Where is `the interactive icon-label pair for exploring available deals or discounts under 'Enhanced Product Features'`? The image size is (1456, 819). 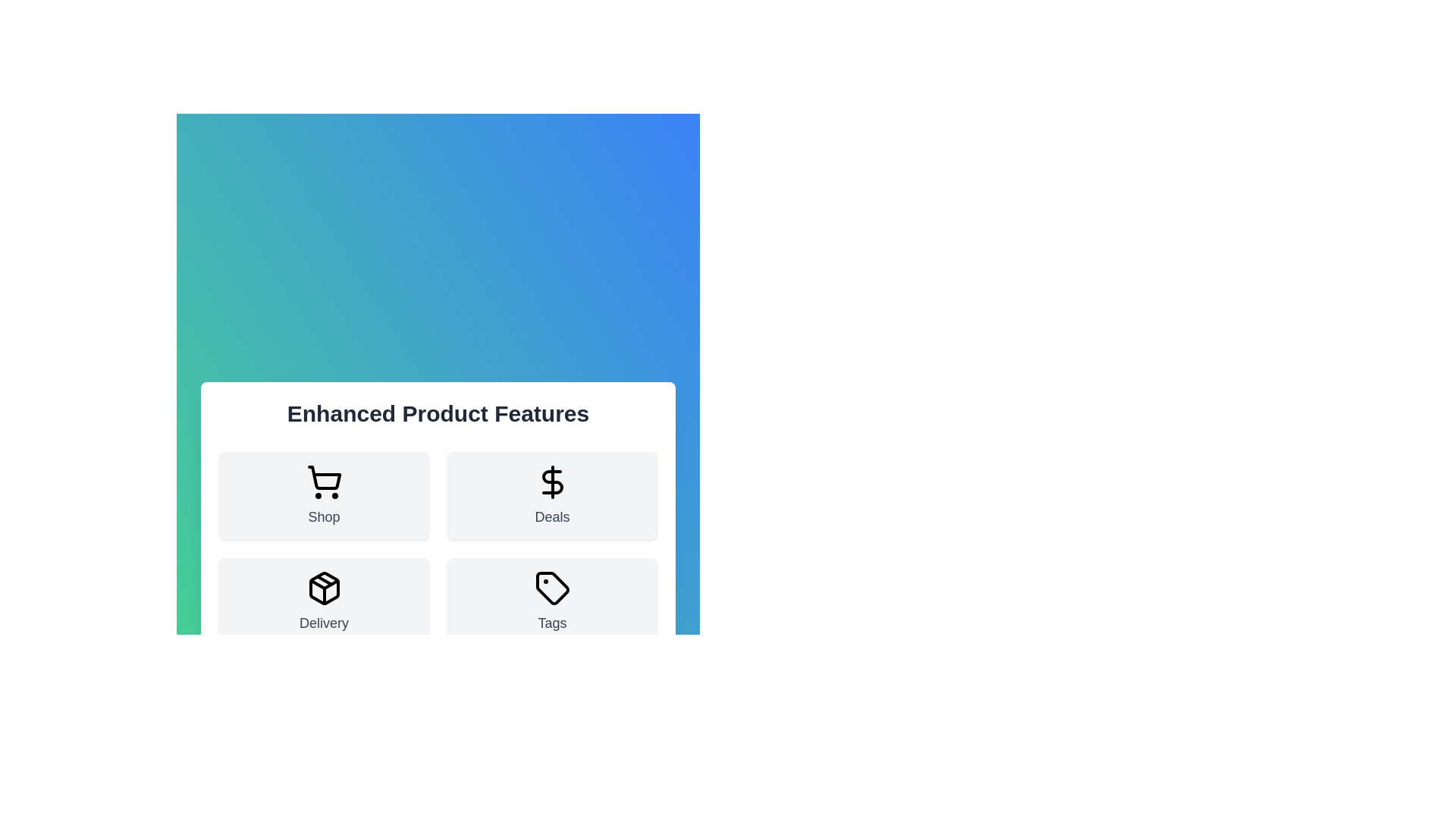 the interactive icon-label pair for exploring available deals or discounts under 'Enhanced Product Features' is located at coordinates (551, 496).